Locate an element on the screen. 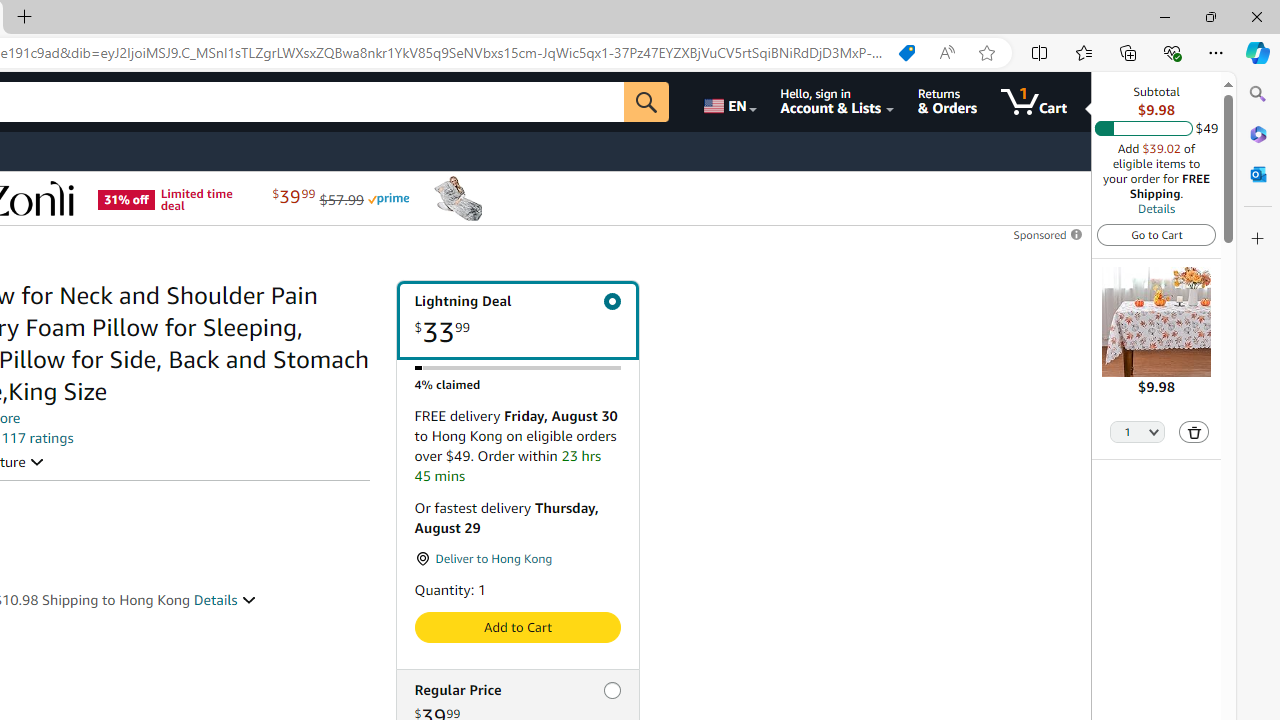 Image resolution: width=1280 pixels, height=720 pixels. 'Details' is located at coordinates (1156, 208).